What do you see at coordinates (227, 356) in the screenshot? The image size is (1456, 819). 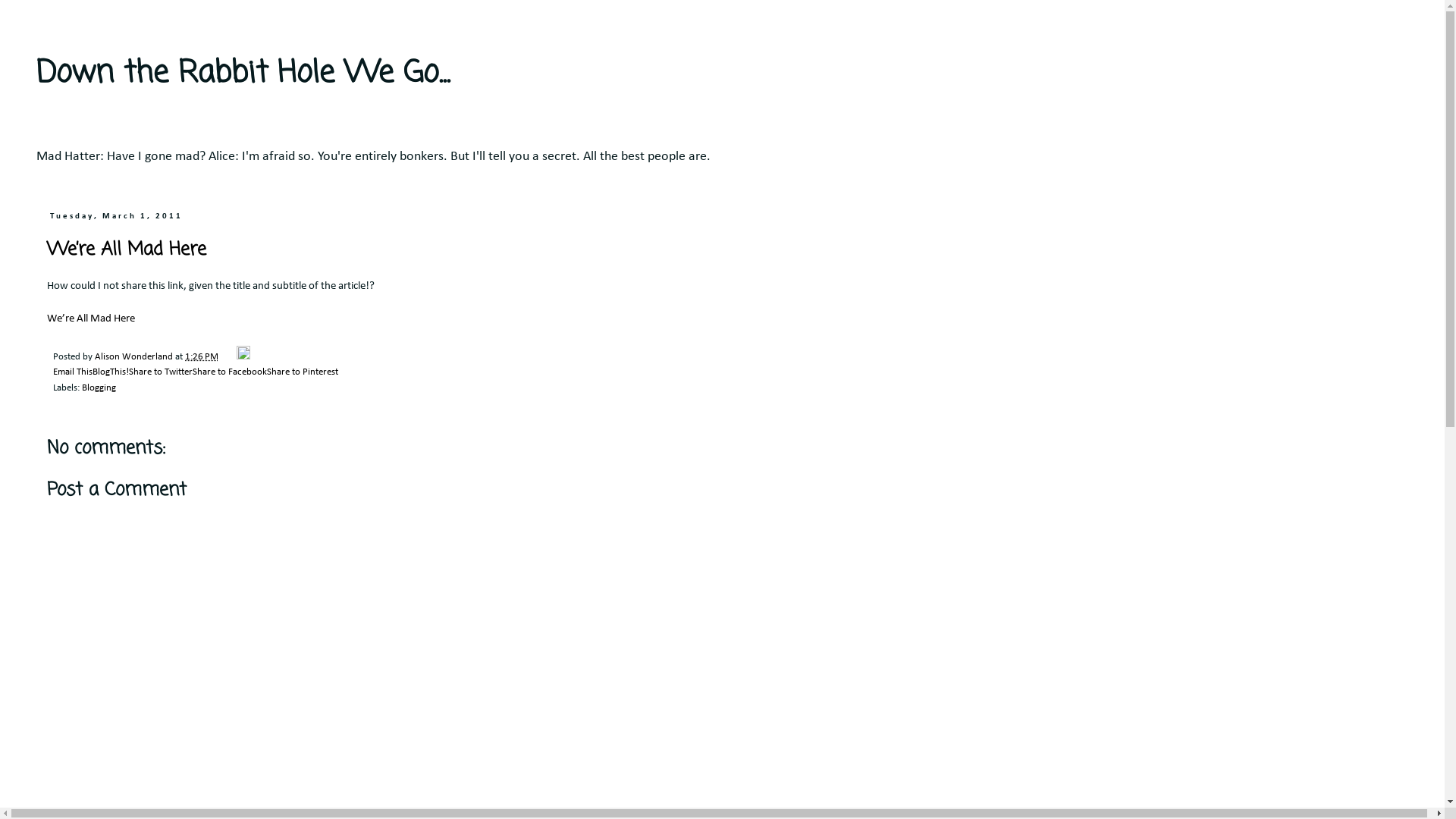 I see `'Email Post'` at bounding box center [227, 356].